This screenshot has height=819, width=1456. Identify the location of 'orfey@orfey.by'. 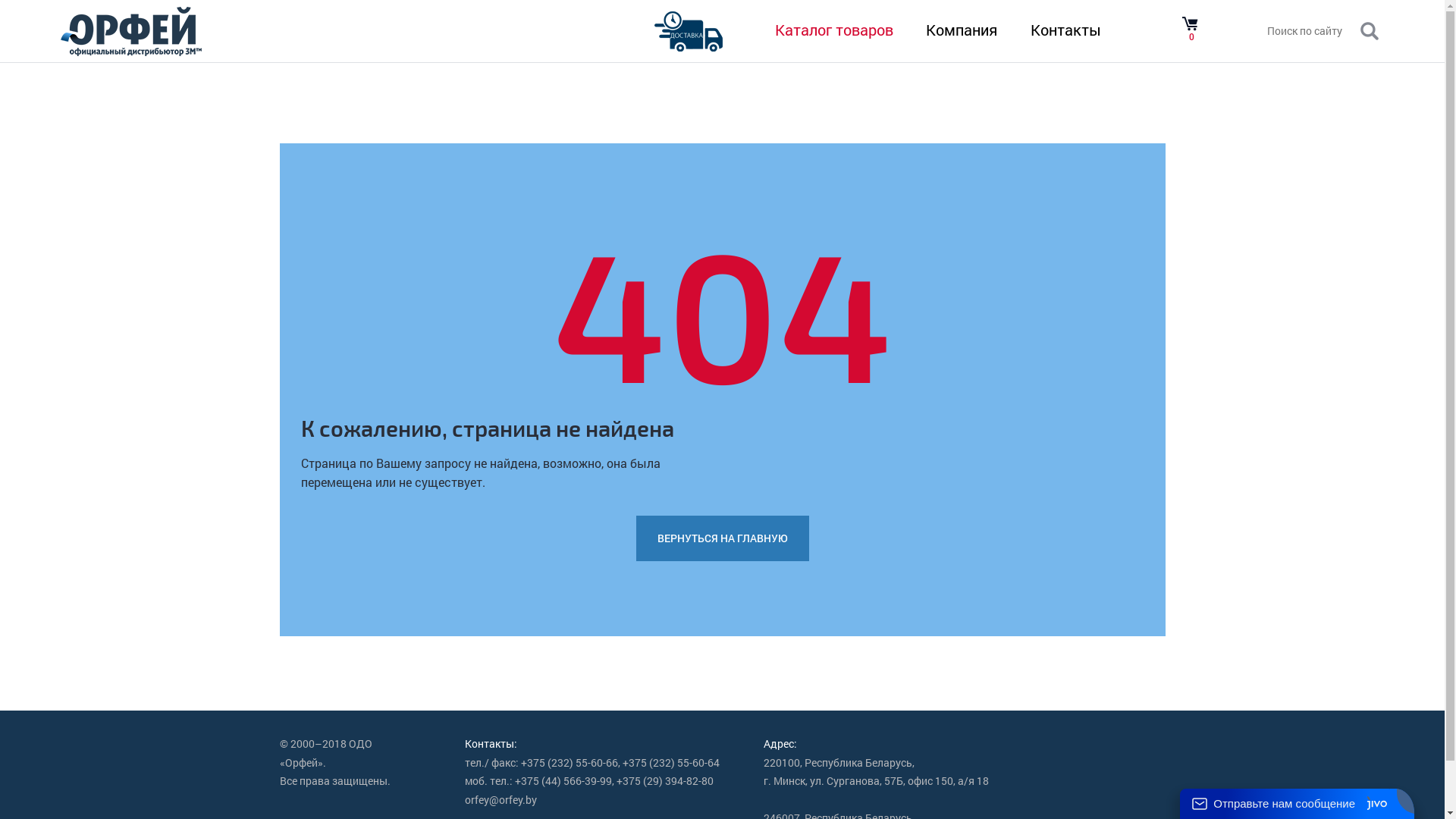
(500, 799).